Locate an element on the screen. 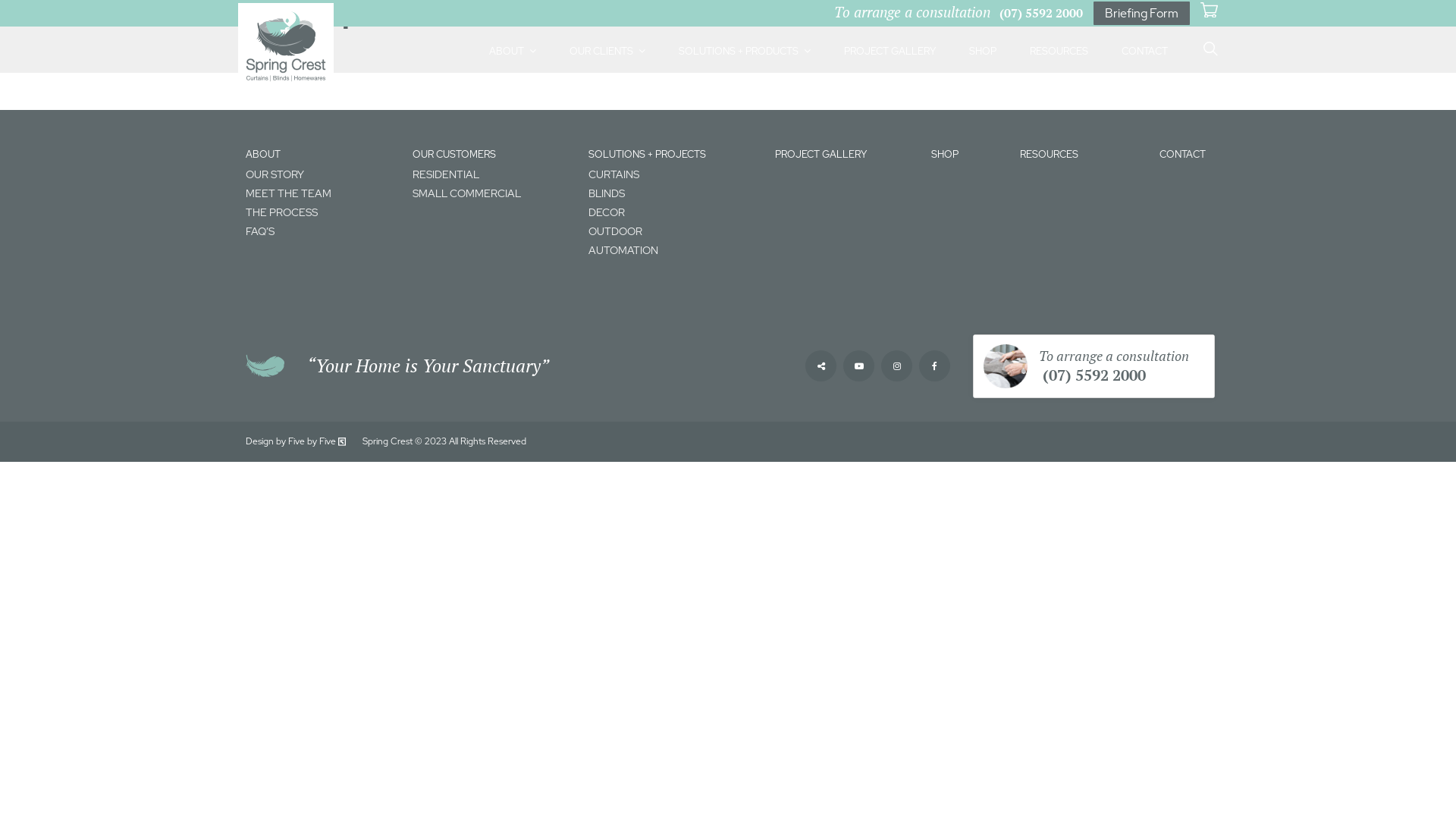 The height and width of the screenshot is (819, 1456). 'BLINDS' is located at coordinates (673, 193).